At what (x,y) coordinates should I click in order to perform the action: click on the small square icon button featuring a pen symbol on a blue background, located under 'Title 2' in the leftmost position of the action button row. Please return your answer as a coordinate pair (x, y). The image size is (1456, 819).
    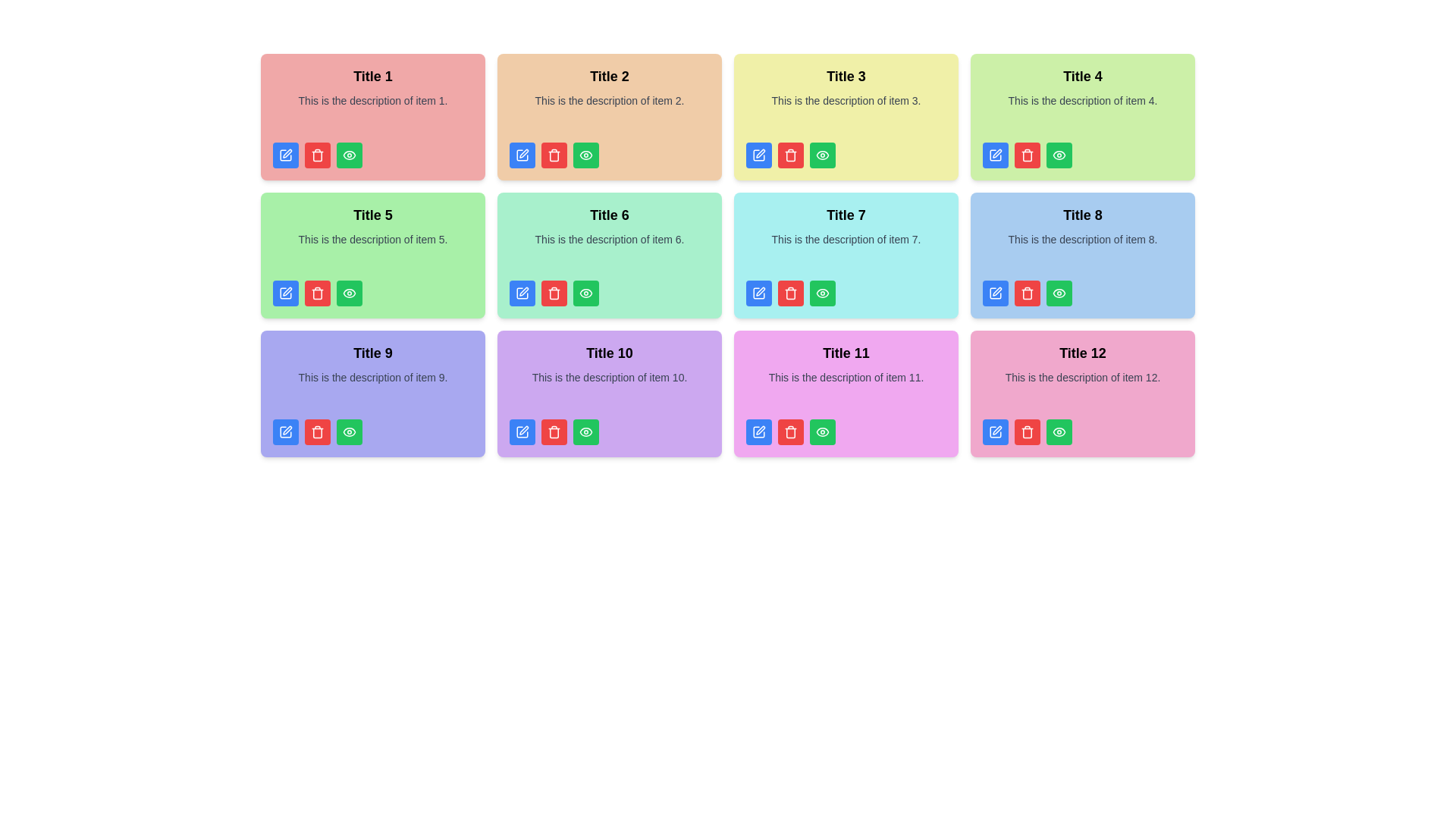
    Looking at the image, I should click on (522, 155).